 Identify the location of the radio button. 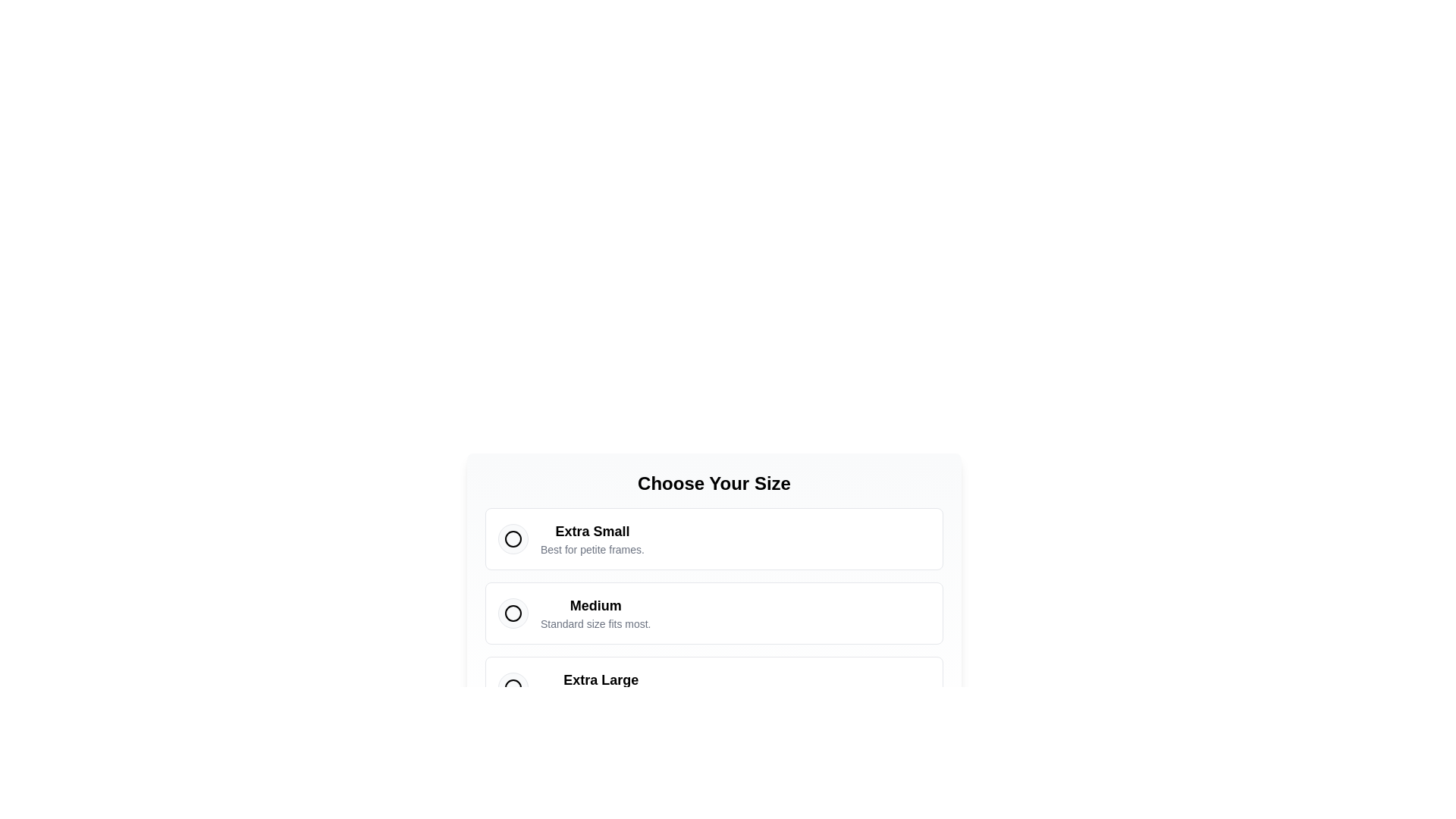
(513, 613).